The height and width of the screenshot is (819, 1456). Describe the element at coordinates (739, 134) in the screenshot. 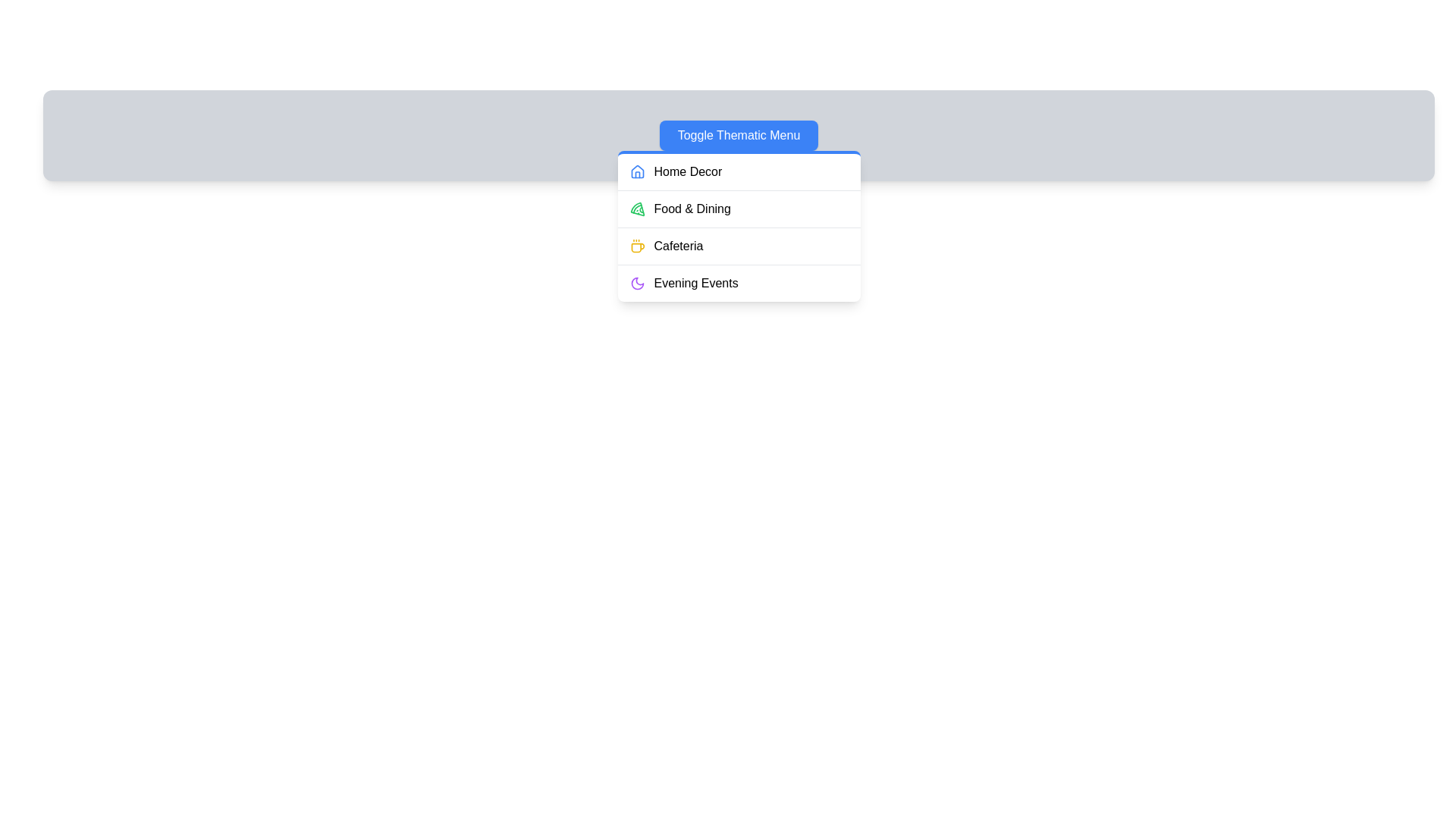

I see `the toggle button to toggle the visibility of the thematic menu` at that location.